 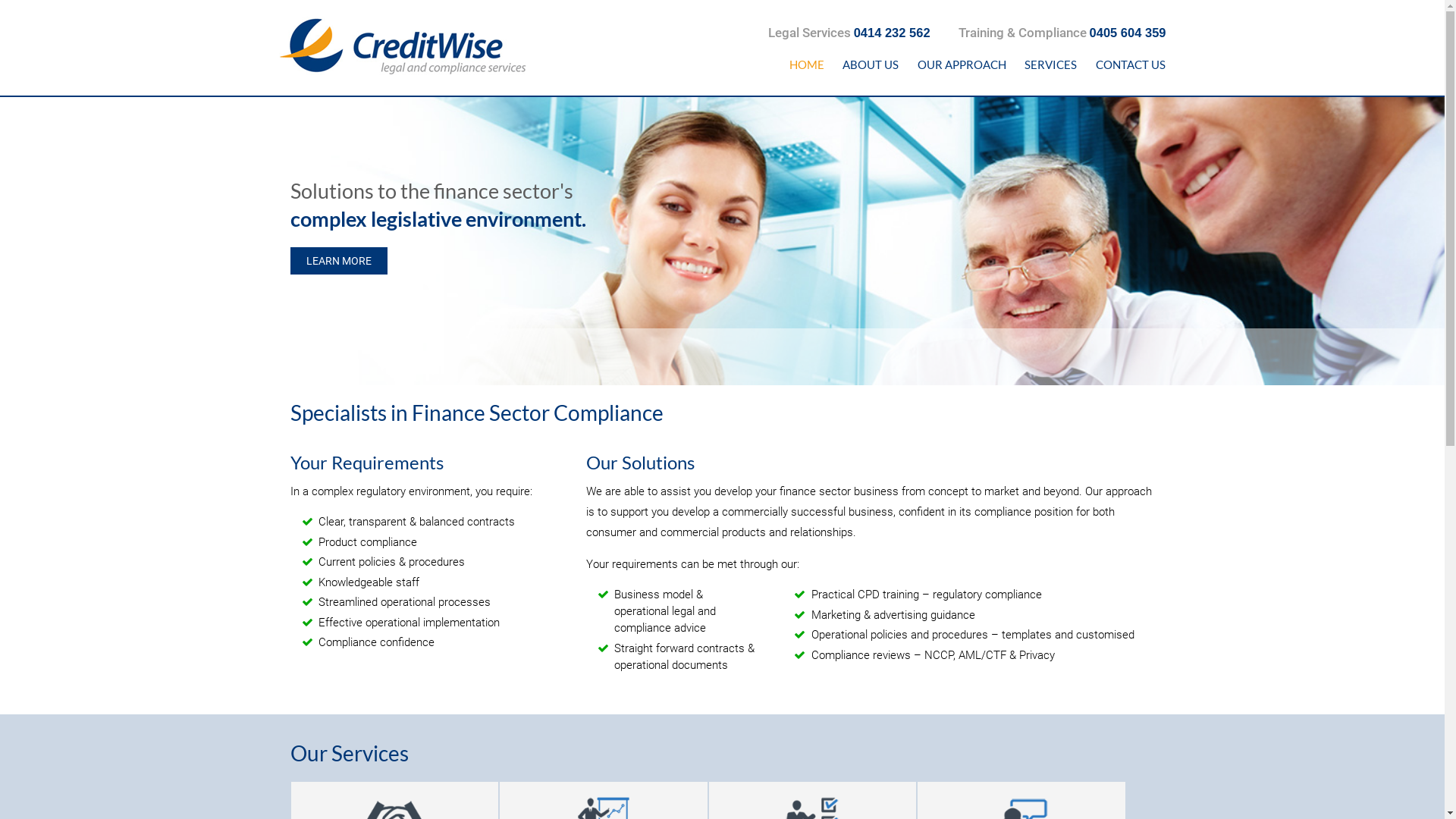 What do you see at coordinates (805, 64) in the screenshot?
I see `'HOME'` at bounding box center [805, 64].